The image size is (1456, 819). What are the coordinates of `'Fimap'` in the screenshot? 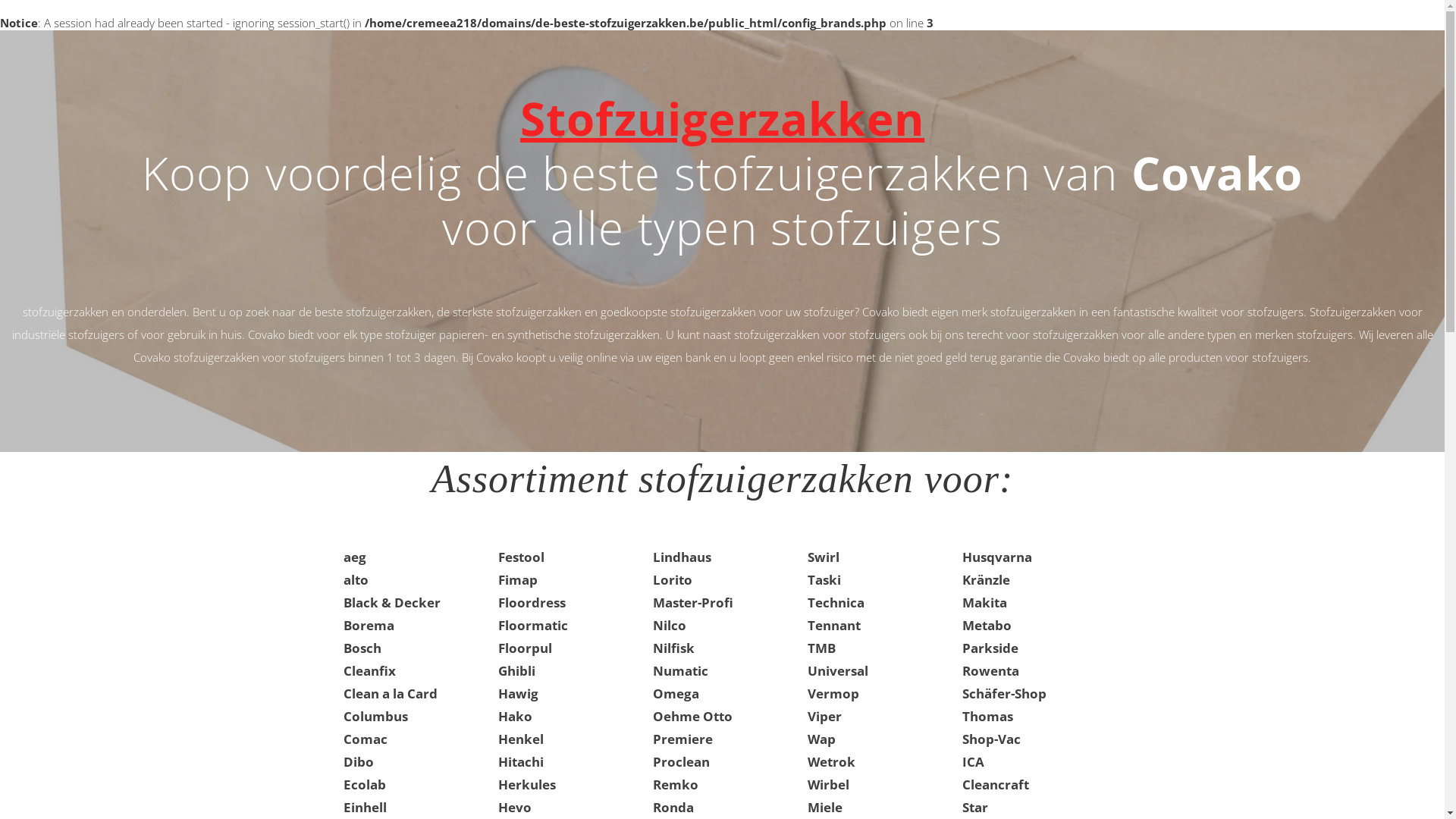 It's located at (516, 579).